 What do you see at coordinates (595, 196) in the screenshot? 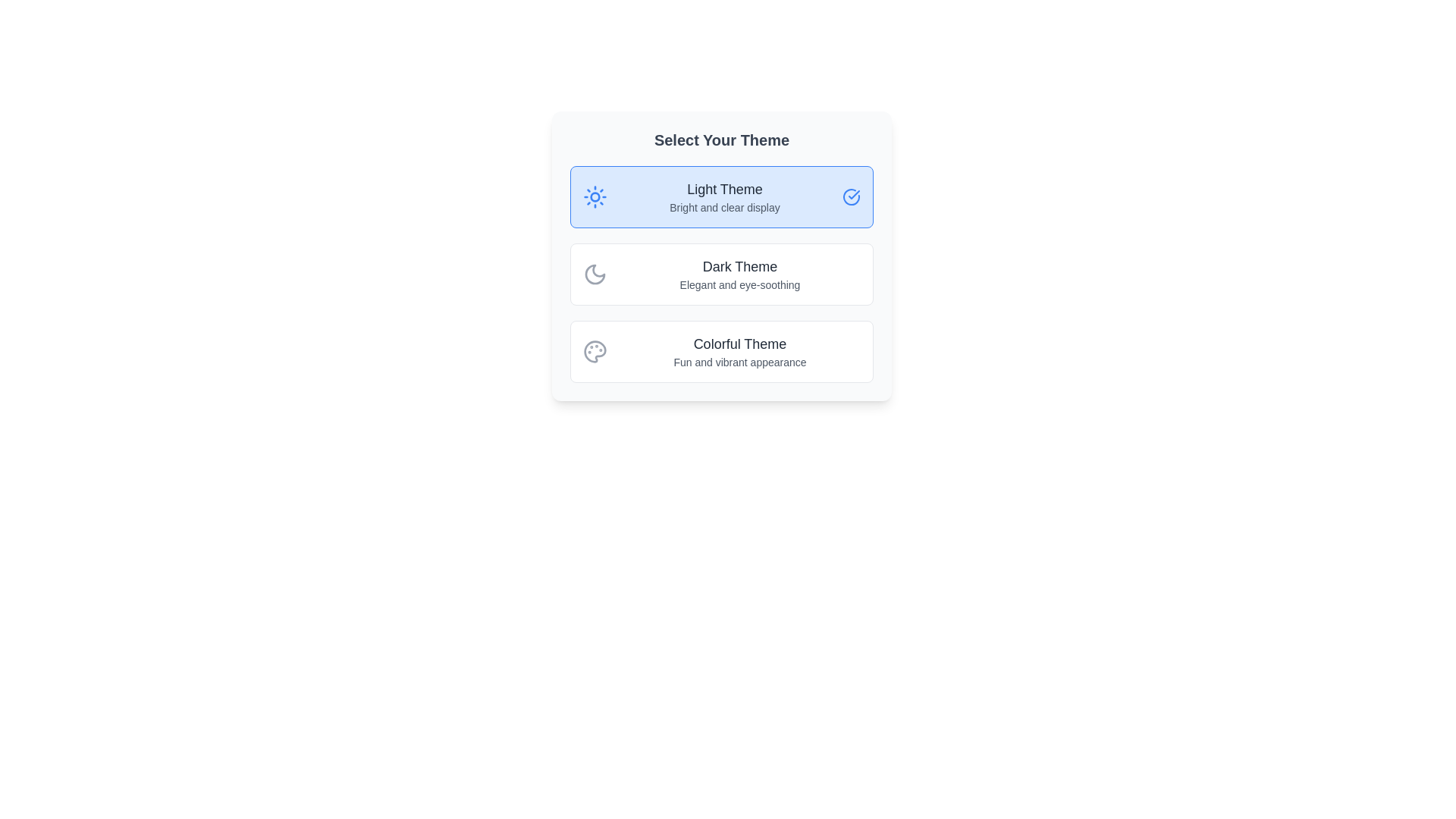
I see `small circle element located at the center of the sun icon in the 'Light Theme' selection dialog` at bounding box center [595, 196].